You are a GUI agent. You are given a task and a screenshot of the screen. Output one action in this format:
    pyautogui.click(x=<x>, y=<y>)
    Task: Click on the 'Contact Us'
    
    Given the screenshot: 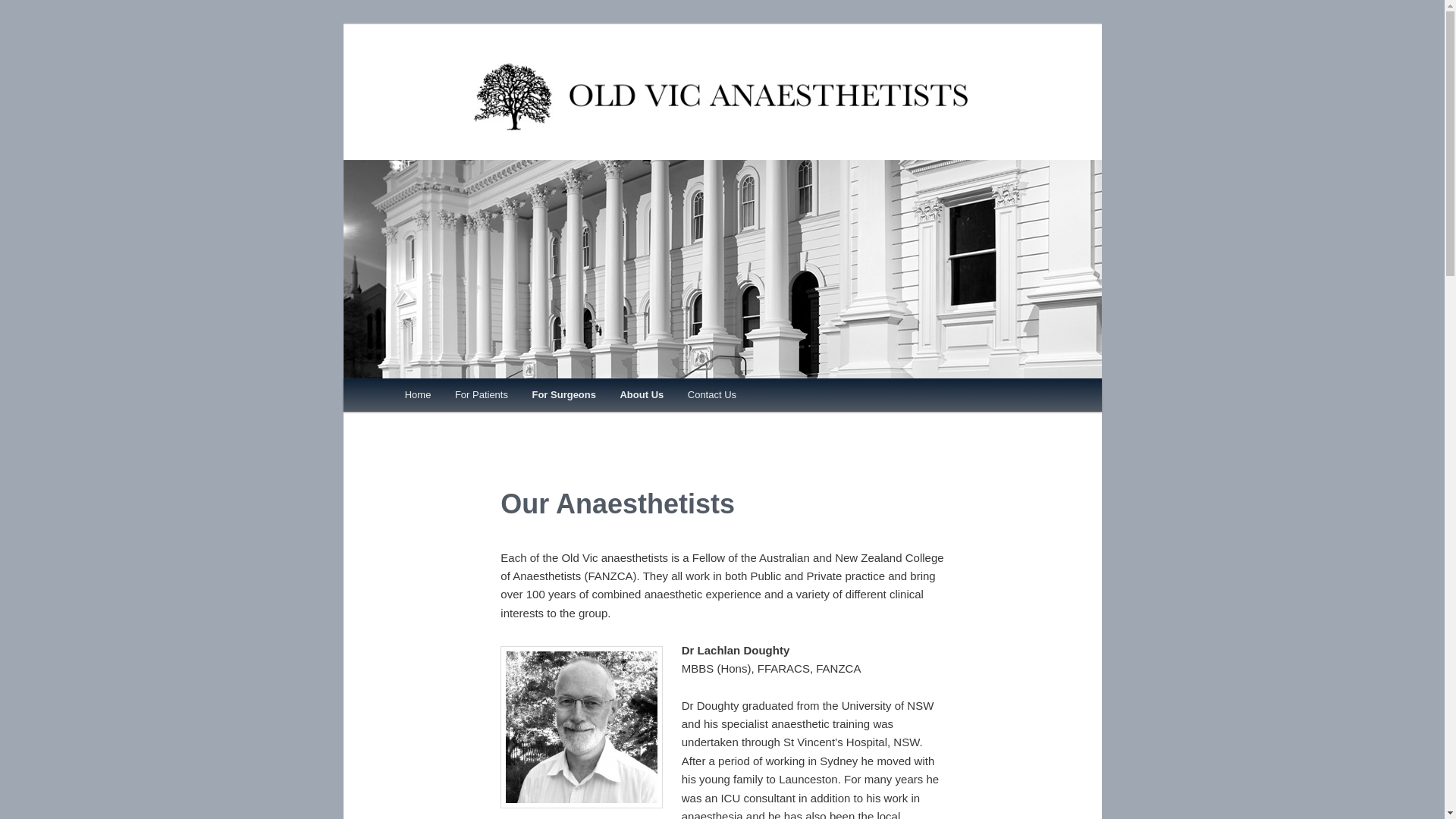 What is the action you would take?
    pyautogui.click(x=711, y=394)
    